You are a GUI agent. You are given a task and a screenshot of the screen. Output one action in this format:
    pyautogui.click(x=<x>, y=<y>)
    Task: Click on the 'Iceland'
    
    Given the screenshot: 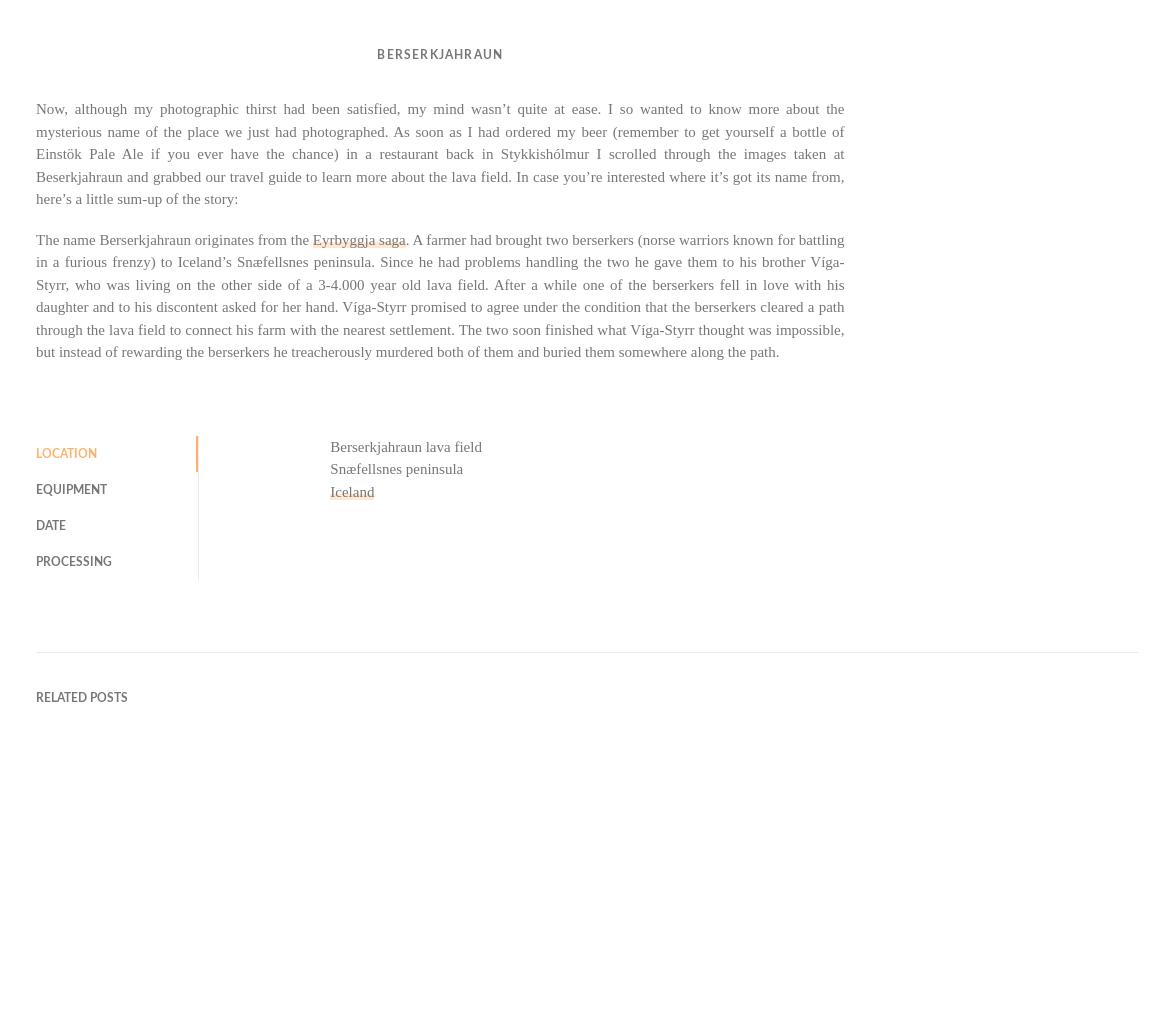 What is the action you would take?
    pyautogui.click(x=350, y=489)
    